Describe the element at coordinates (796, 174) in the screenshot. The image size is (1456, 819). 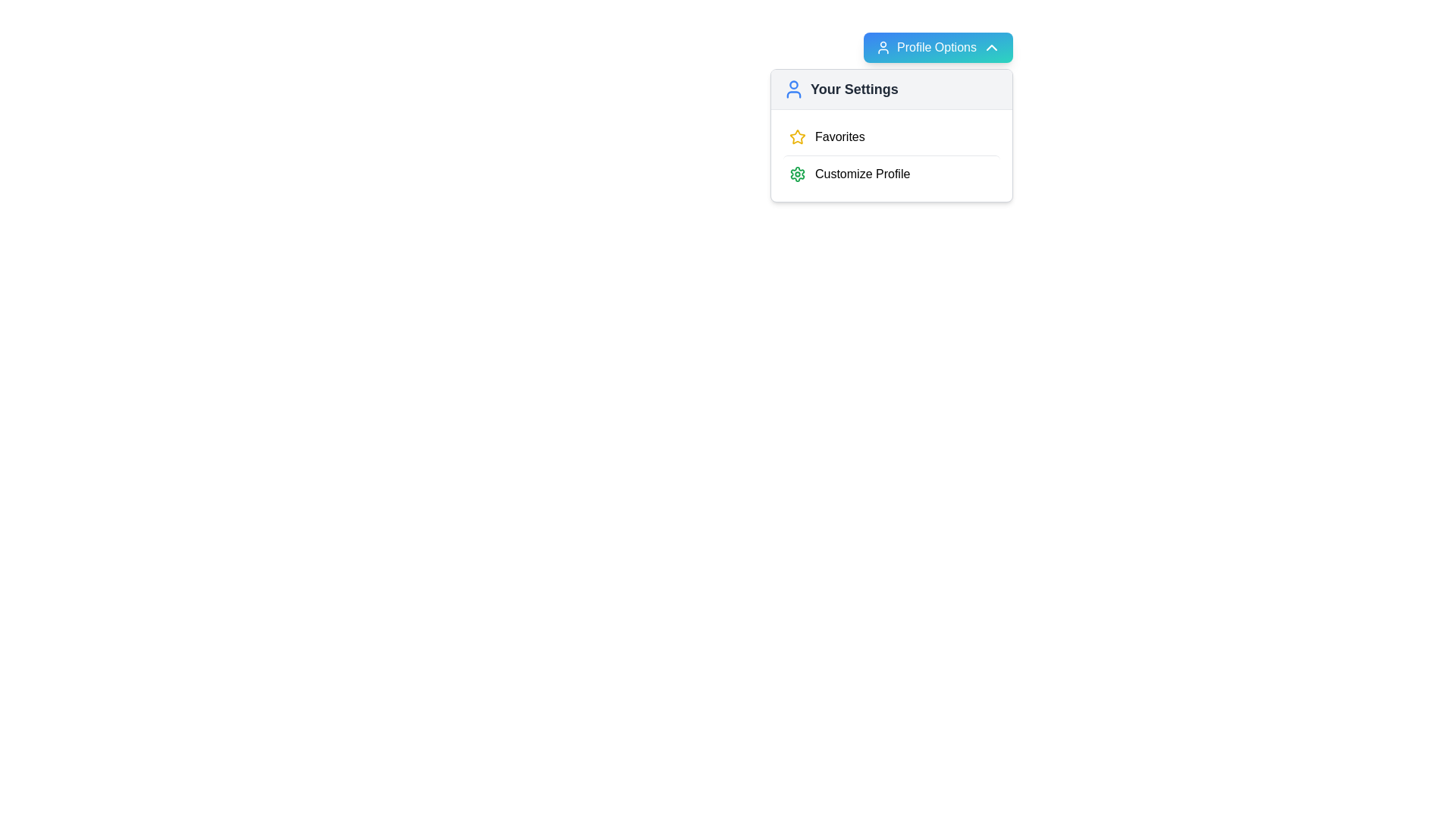
I see `the 'Customize Profile' text next to the settings icon in the dropdown menu` at that location.